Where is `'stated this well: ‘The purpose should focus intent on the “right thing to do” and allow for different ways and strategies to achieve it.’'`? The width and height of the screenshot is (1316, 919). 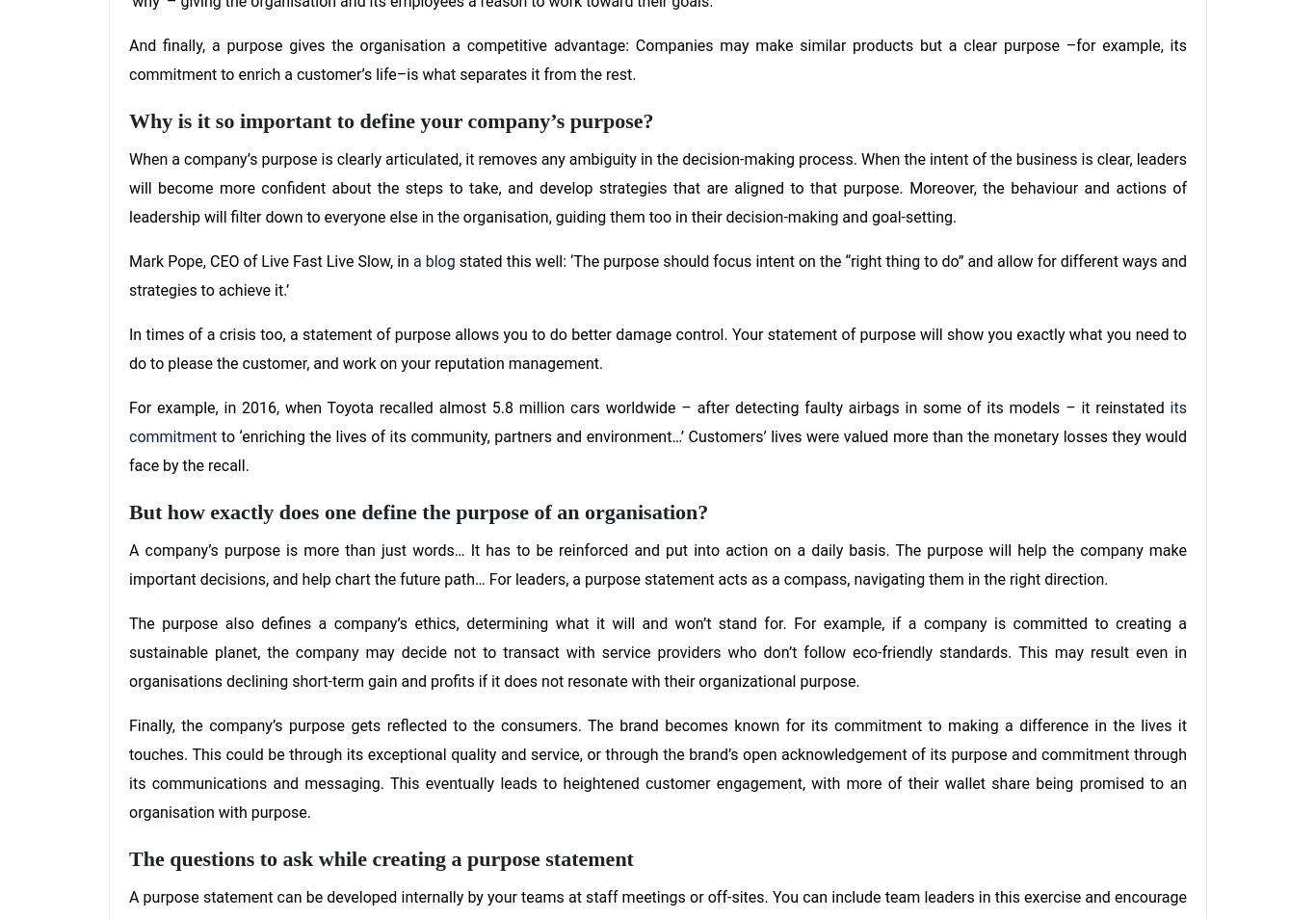
'stated this well: ‘The purpose should focus intent on the “right thing to do” and allow for different ways and strategies to achieve it.’' is located at coordinates (658, 275).